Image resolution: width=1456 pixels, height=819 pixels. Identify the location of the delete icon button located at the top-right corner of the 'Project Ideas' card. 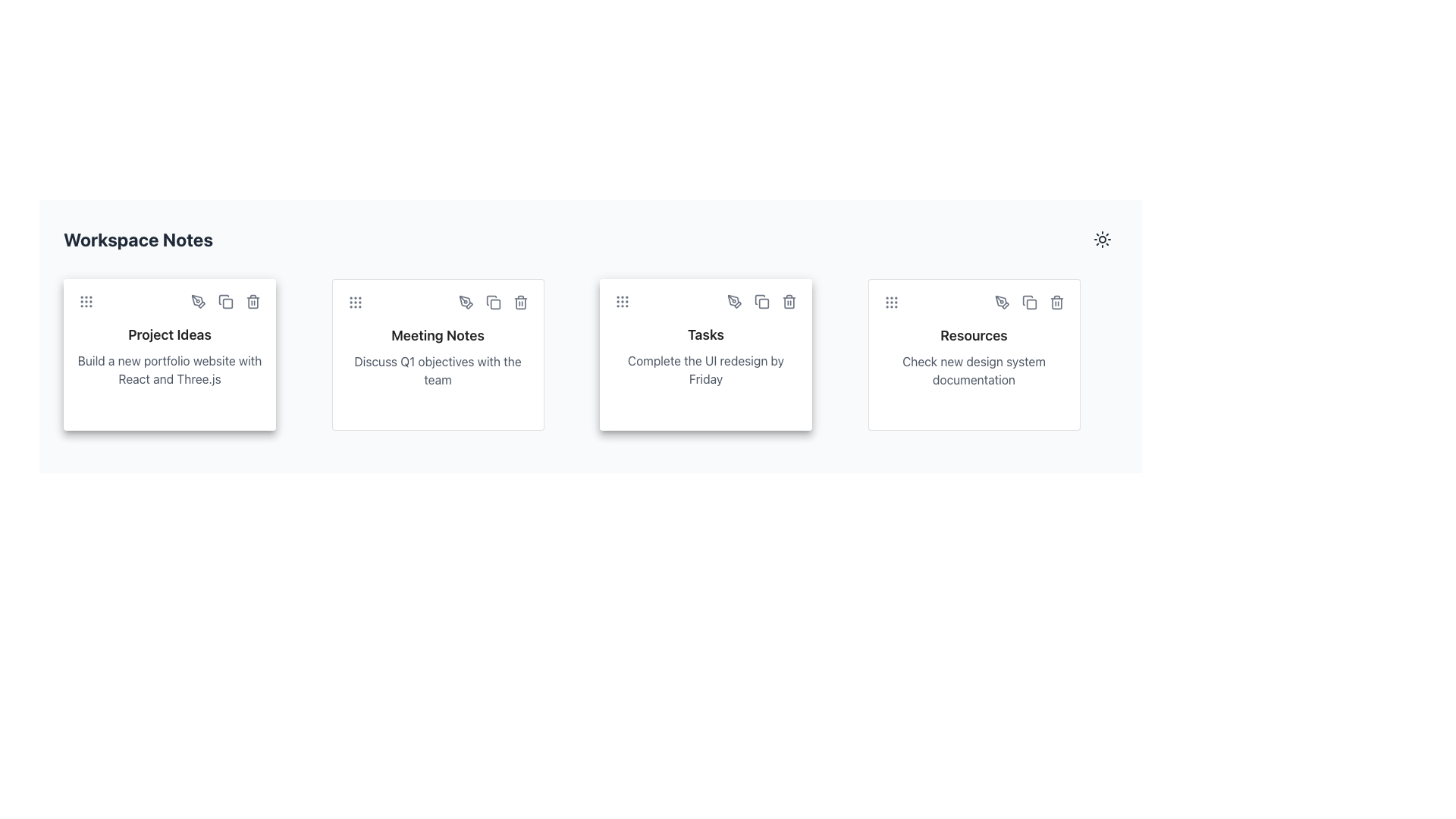
(253, 301).